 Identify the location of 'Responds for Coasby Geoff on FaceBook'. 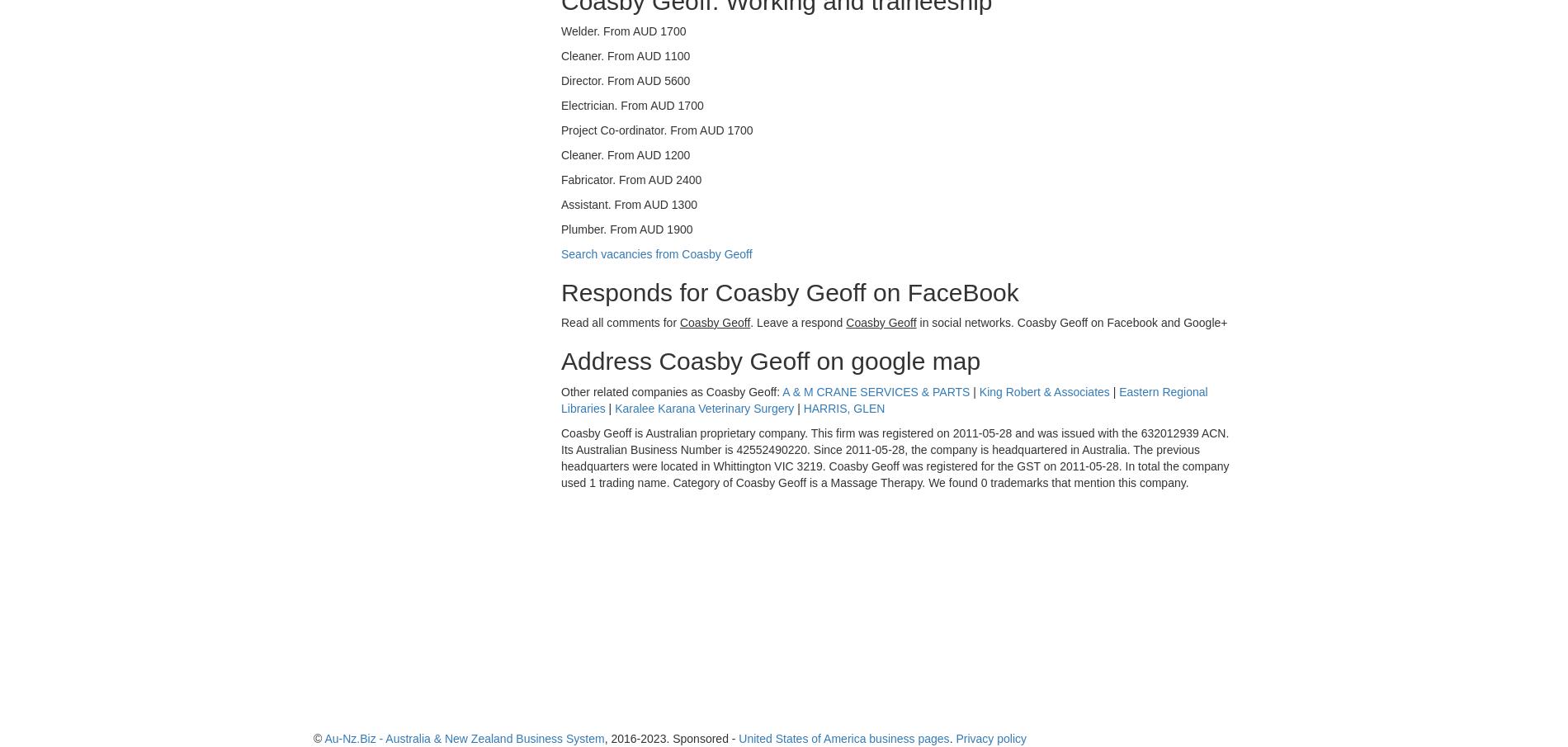
(790, 291).